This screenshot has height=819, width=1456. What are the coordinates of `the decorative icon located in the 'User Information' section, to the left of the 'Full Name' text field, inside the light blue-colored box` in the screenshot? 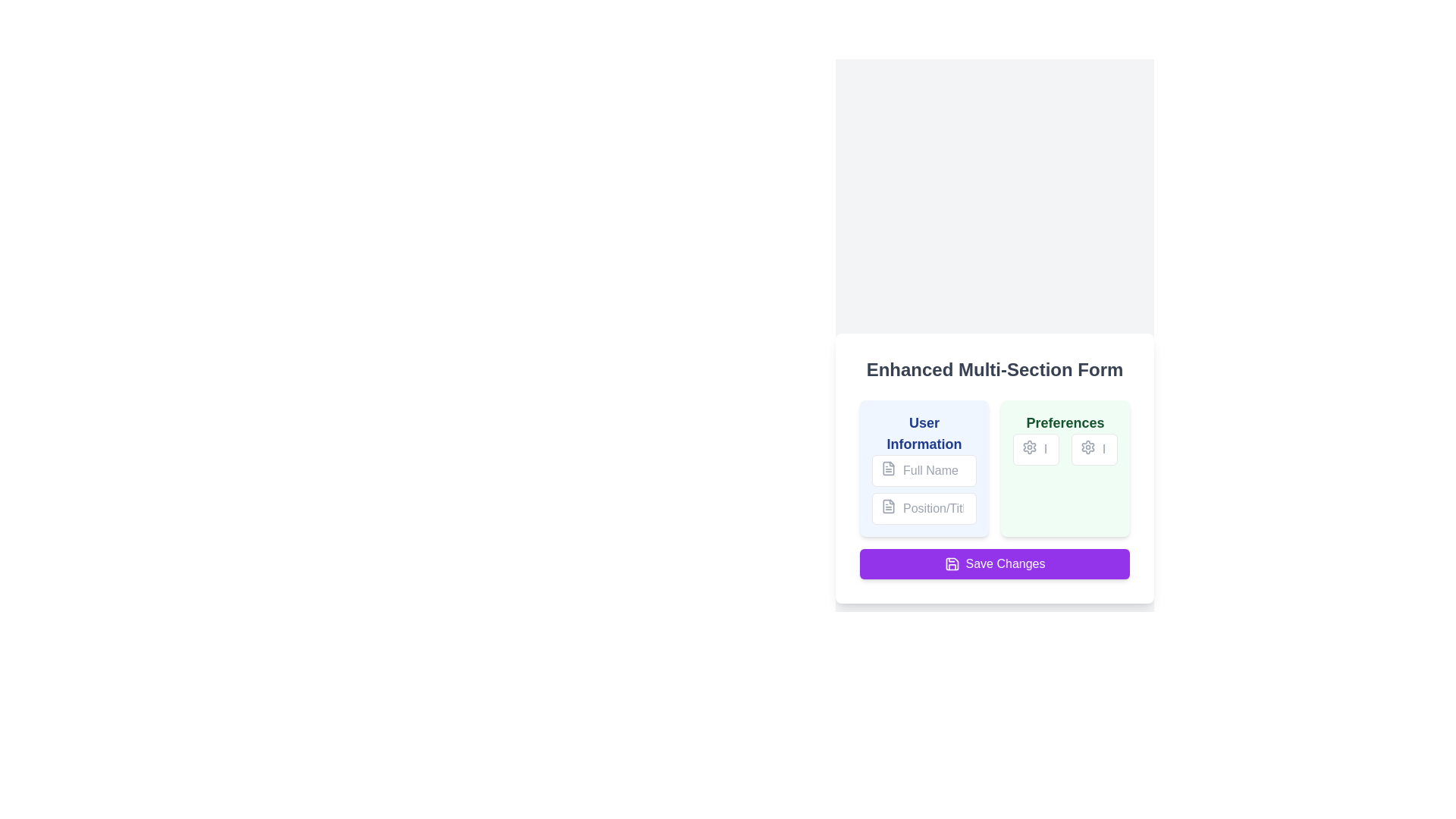 It's located at (888, 467).